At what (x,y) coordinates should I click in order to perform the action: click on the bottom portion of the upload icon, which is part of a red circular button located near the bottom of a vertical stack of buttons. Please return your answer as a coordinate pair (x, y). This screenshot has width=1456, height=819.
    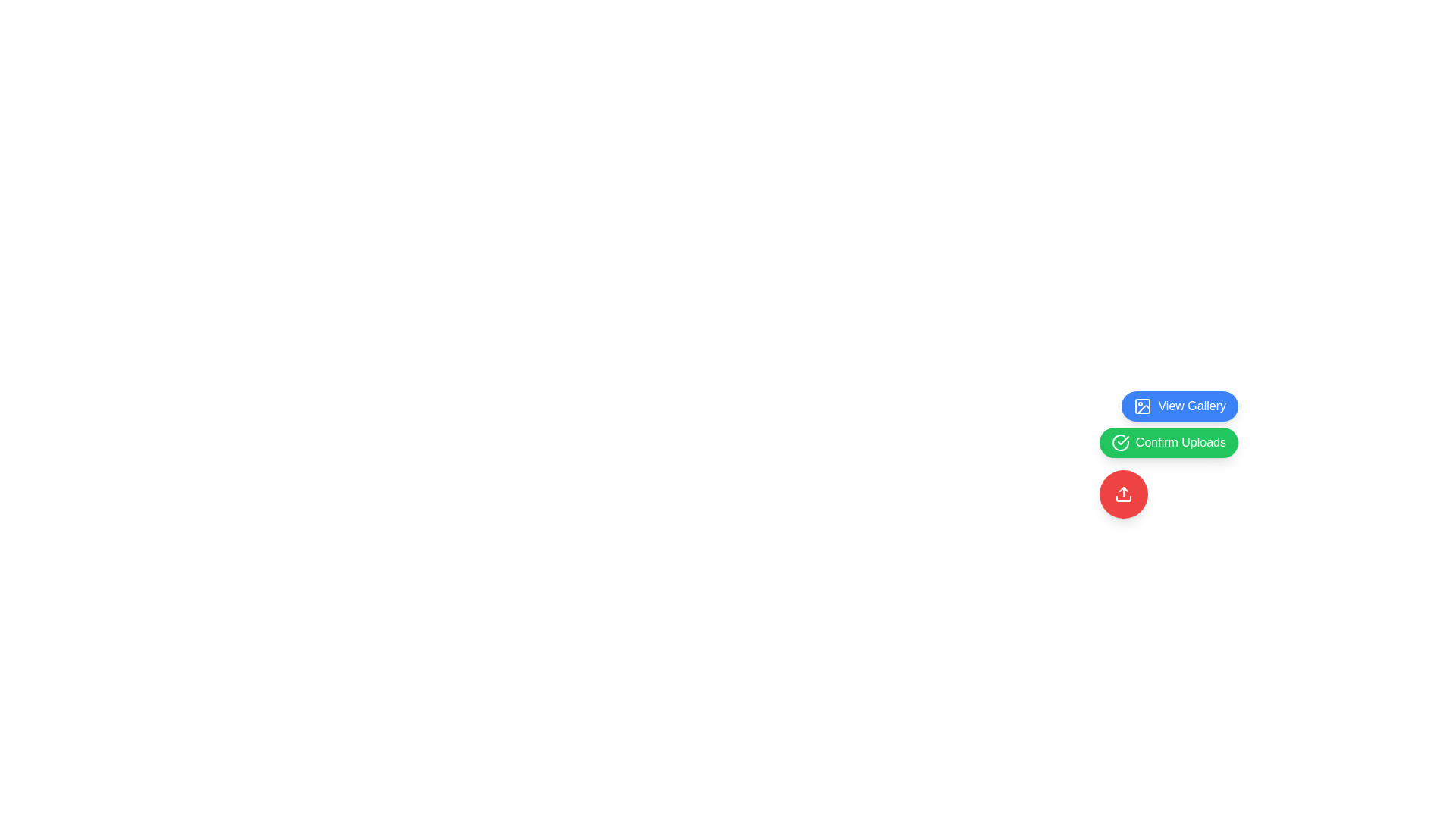
    Looking at the image, I should click on (1123, 499).